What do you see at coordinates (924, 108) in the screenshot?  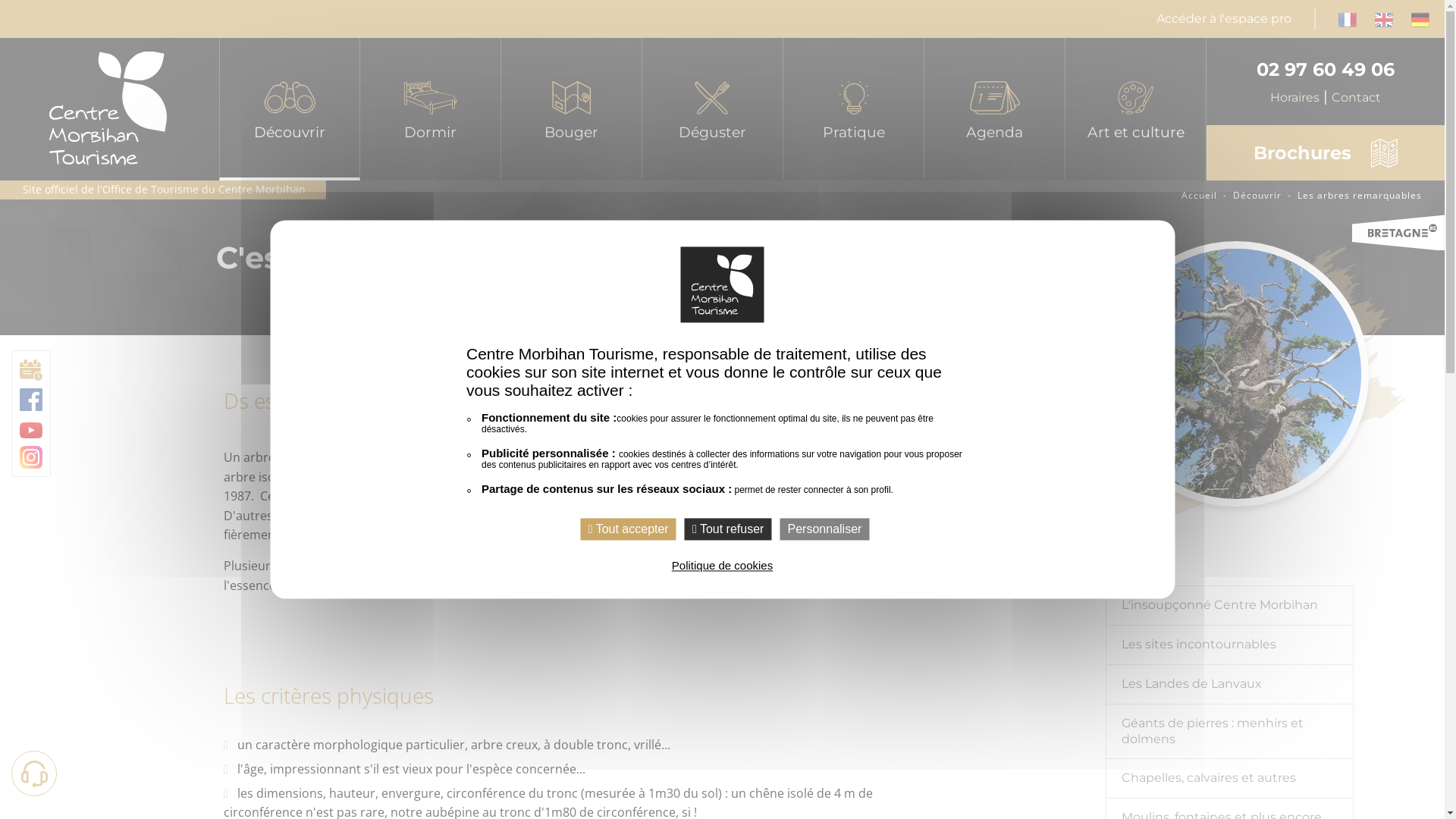 I see `'Agenda'` at bounding box center [924, 108].